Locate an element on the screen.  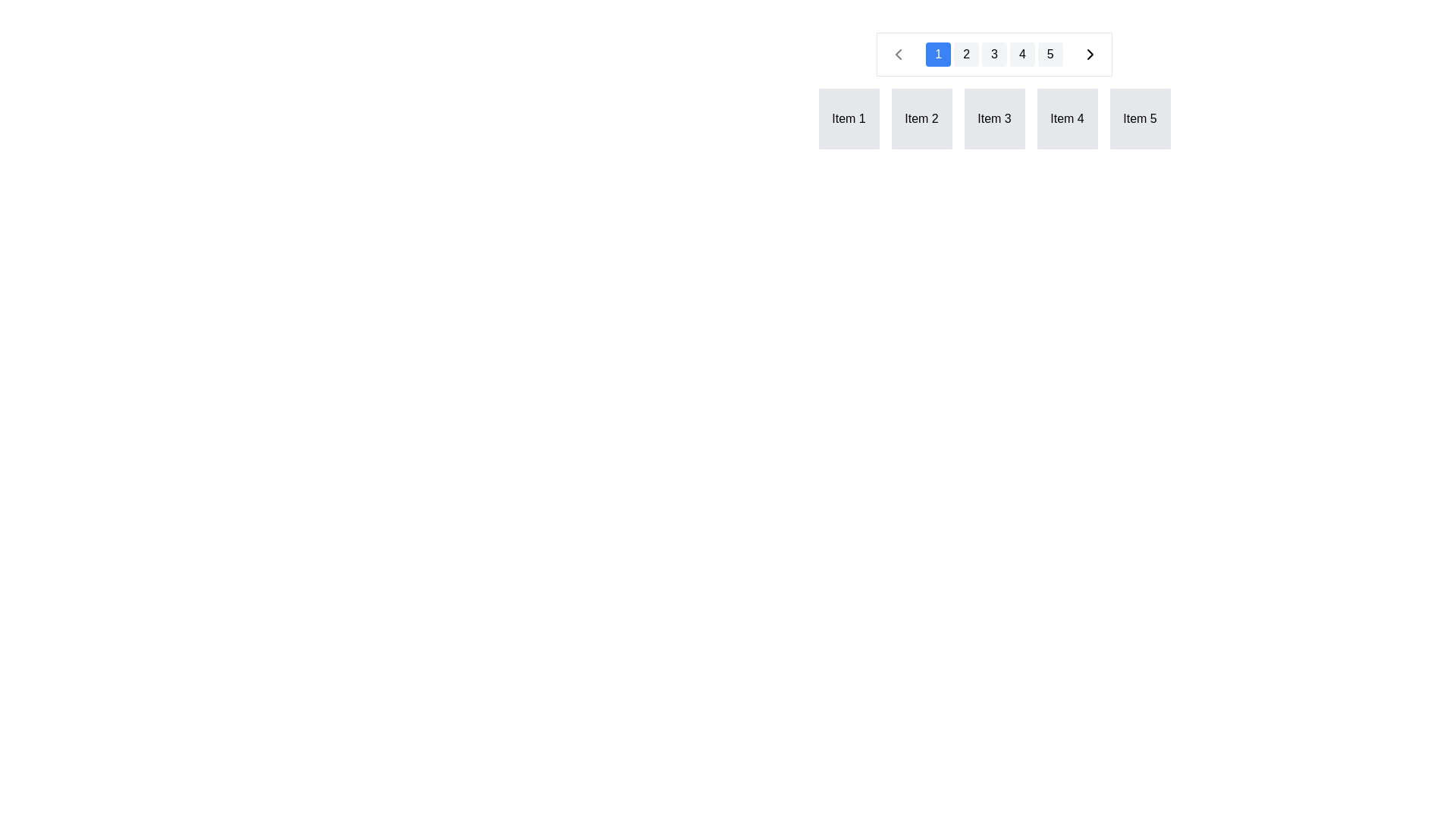
the left chevron arrow icon, which is the first element in the pagination control bar is located at coordinates (899, 54).